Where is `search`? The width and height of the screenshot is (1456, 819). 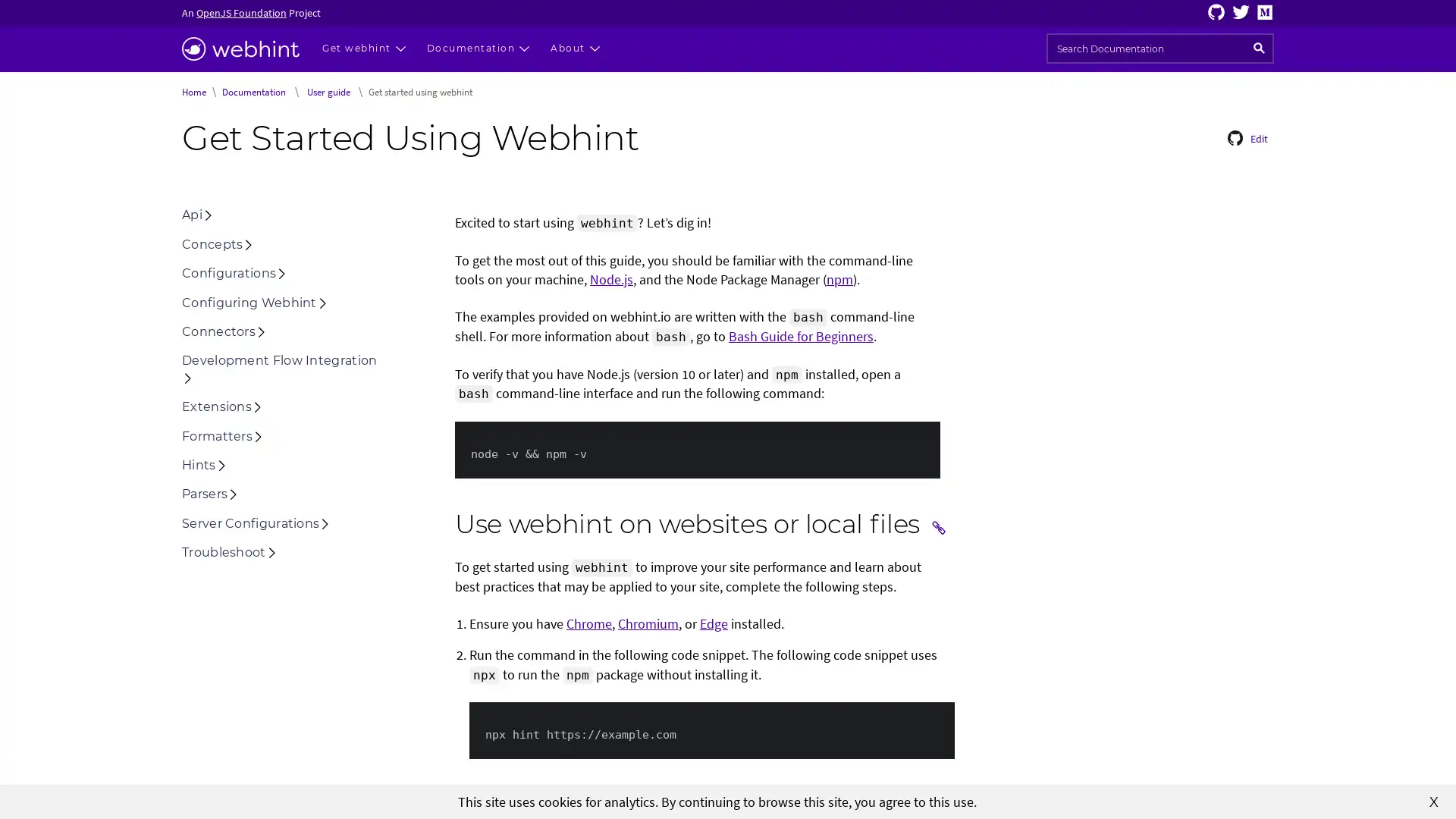 search is located at coordinates (1259, 48).